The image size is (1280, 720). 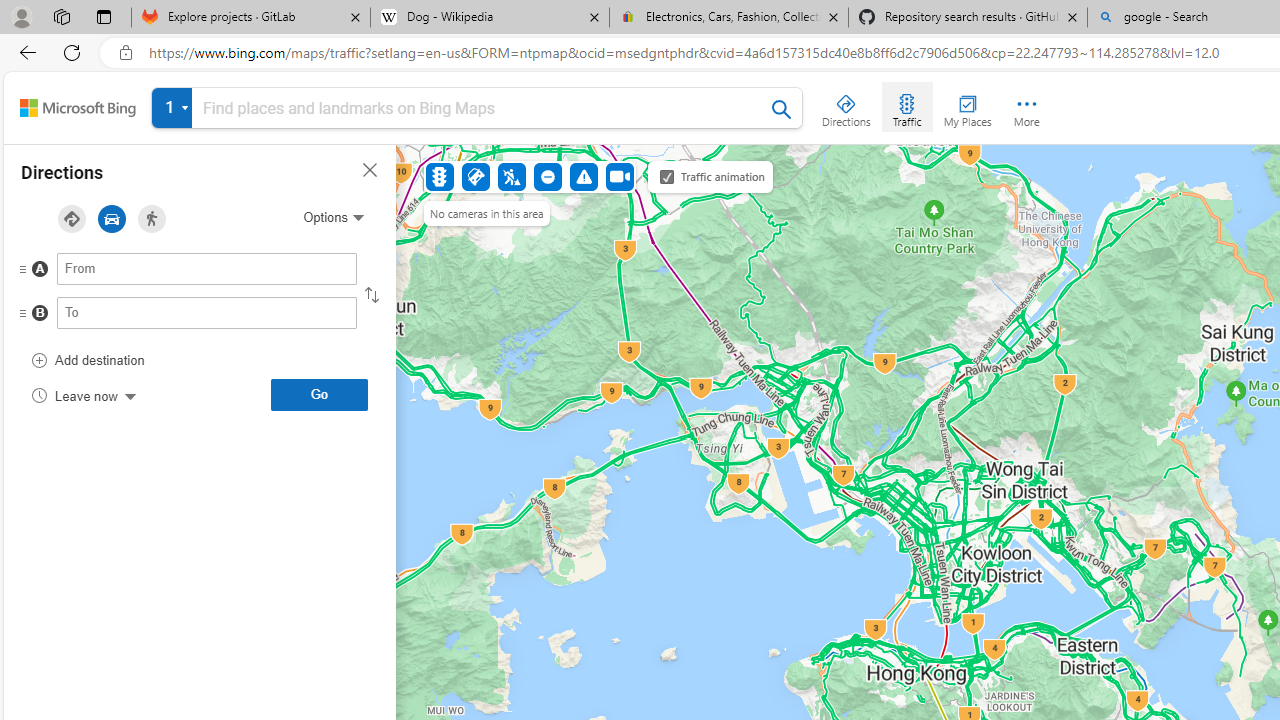 I want to click on 'From', so click(x=207, y=267).